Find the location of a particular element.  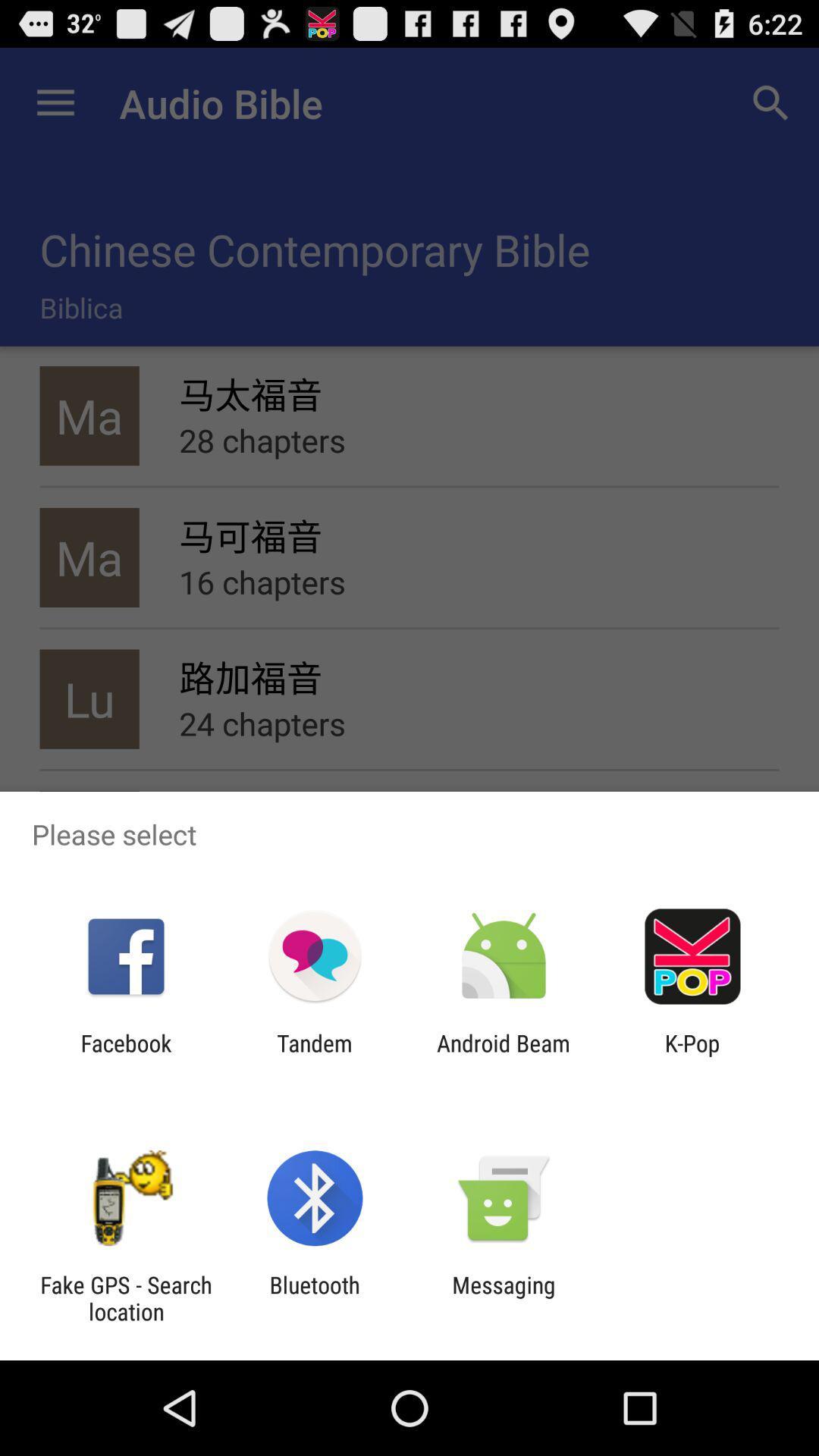

app next to facebook is located at coordinates (314, 1056).